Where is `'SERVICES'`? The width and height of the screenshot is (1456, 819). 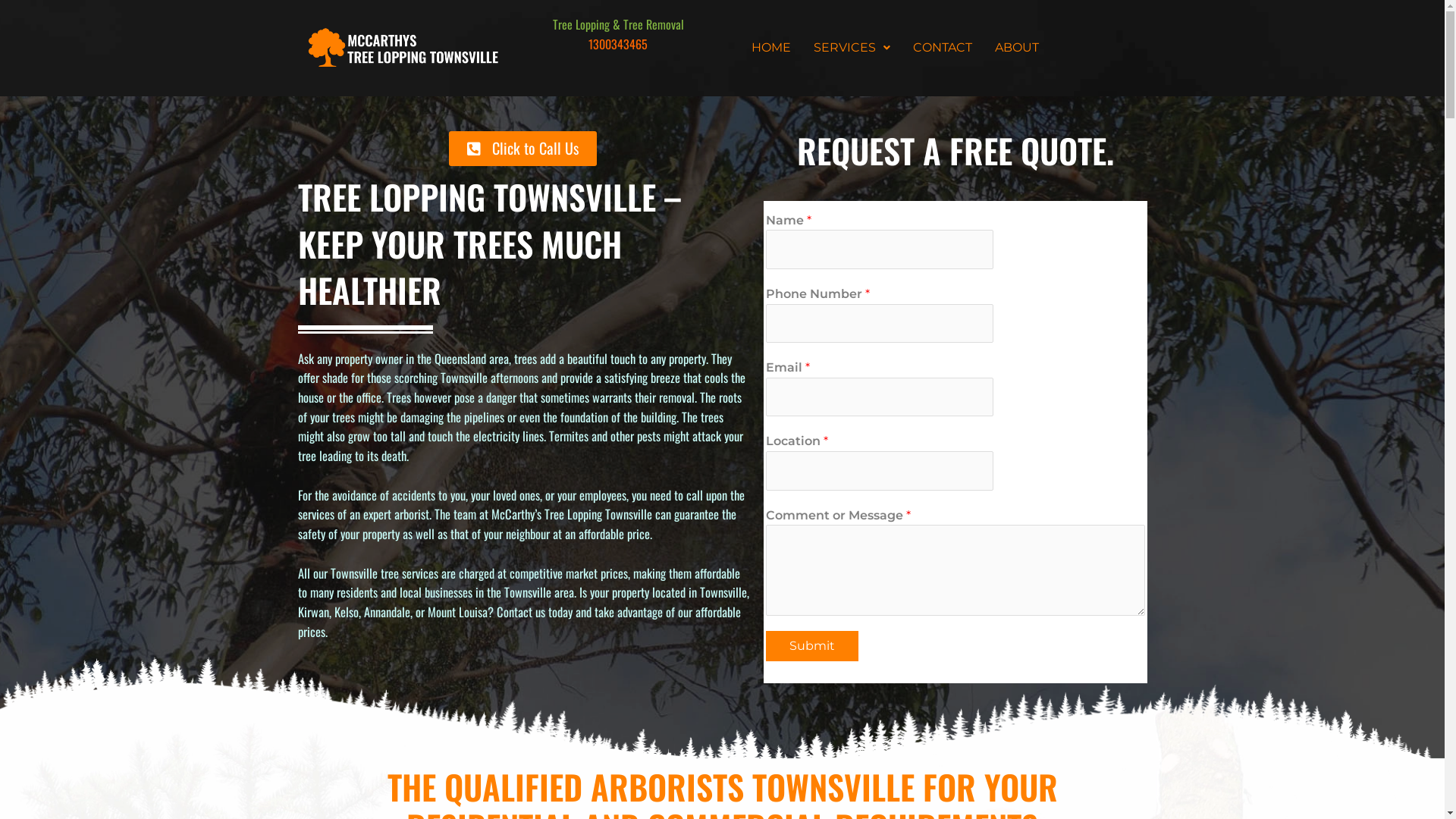
'SERVICES' is located at coordinates (852, 46).